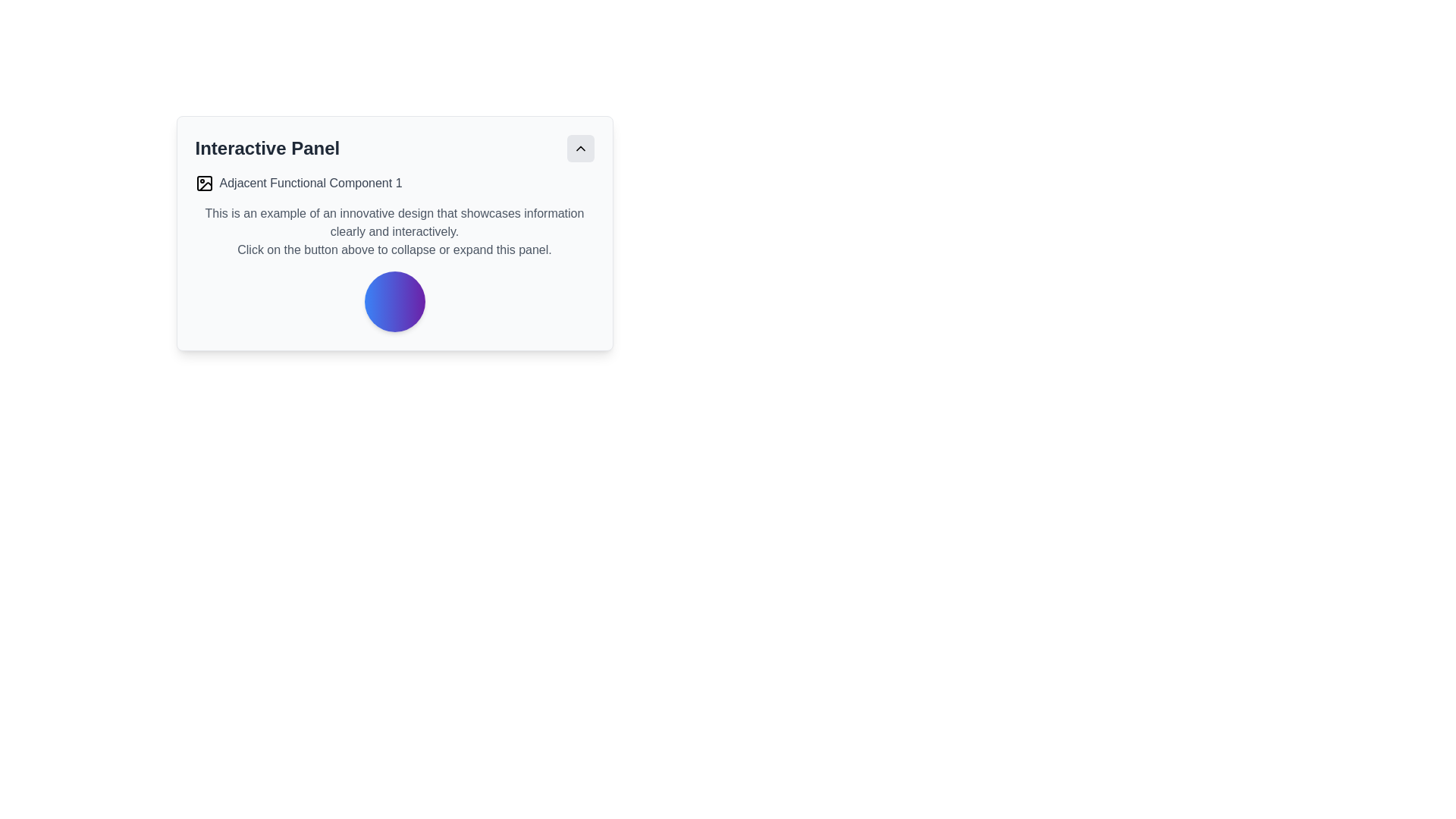 The width and height of the screenshot is (1456, 819). Describe the element at coordinates (579, 149) in the screenshot. I see `the chevron icon at the top-right corner of the 'Interactive Panel' card` at that location.